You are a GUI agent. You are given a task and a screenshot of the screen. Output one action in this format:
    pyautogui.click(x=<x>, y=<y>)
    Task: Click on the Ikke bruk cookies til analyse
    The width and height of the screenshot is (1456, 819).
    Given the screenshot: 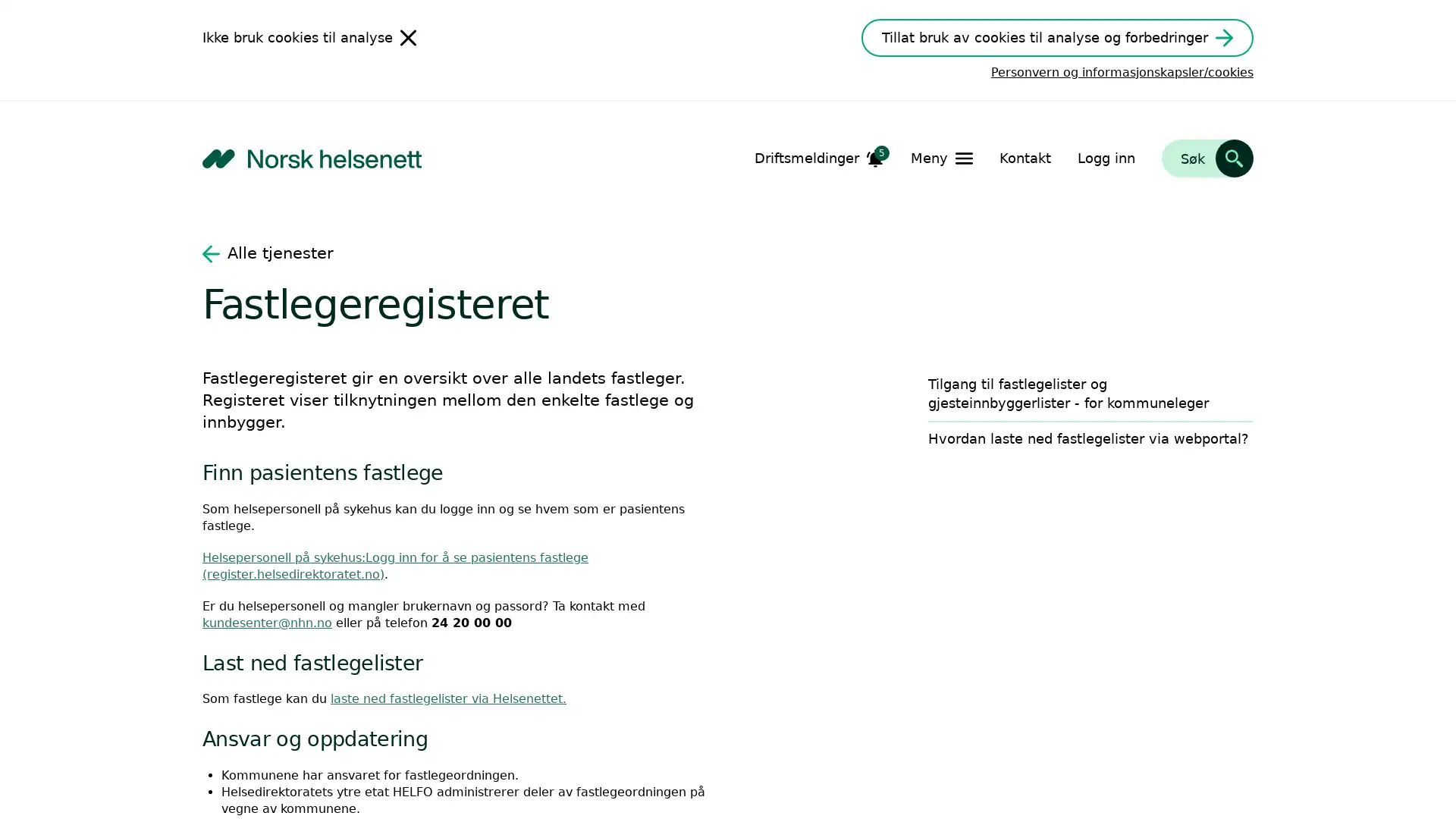 What is the action you would take?
    pyautogui.click(x=309, y=37)
    